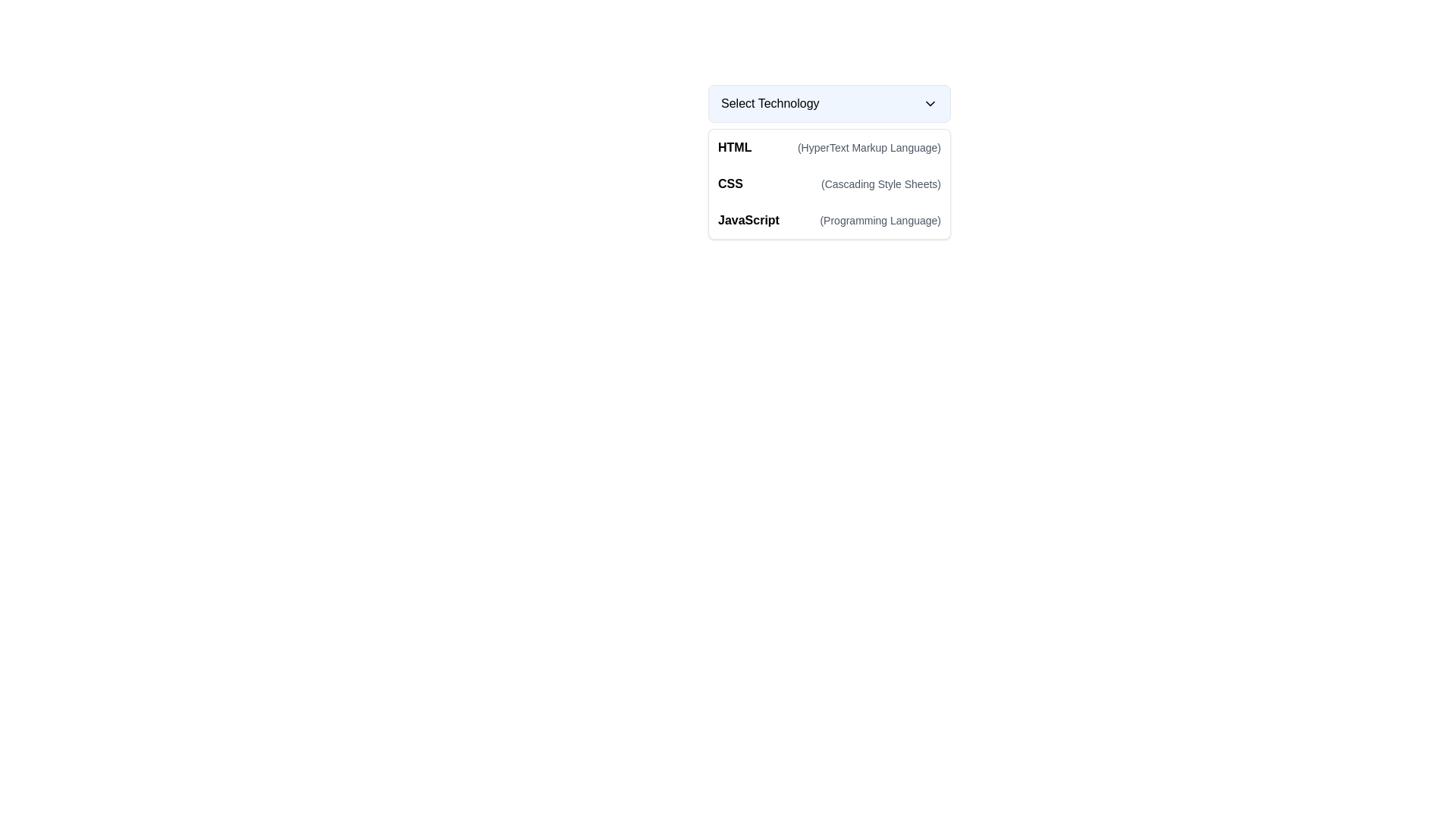  Describe the element at coordinates (880, 184) in the screenshot. I see `the text label reading '(Cascading Style Sheets)' which is styled with a smaller font size, lighter gray color, and positioned to the right of the 'CSS' text label beneath the 'Select Technology' dropdown` at that location.